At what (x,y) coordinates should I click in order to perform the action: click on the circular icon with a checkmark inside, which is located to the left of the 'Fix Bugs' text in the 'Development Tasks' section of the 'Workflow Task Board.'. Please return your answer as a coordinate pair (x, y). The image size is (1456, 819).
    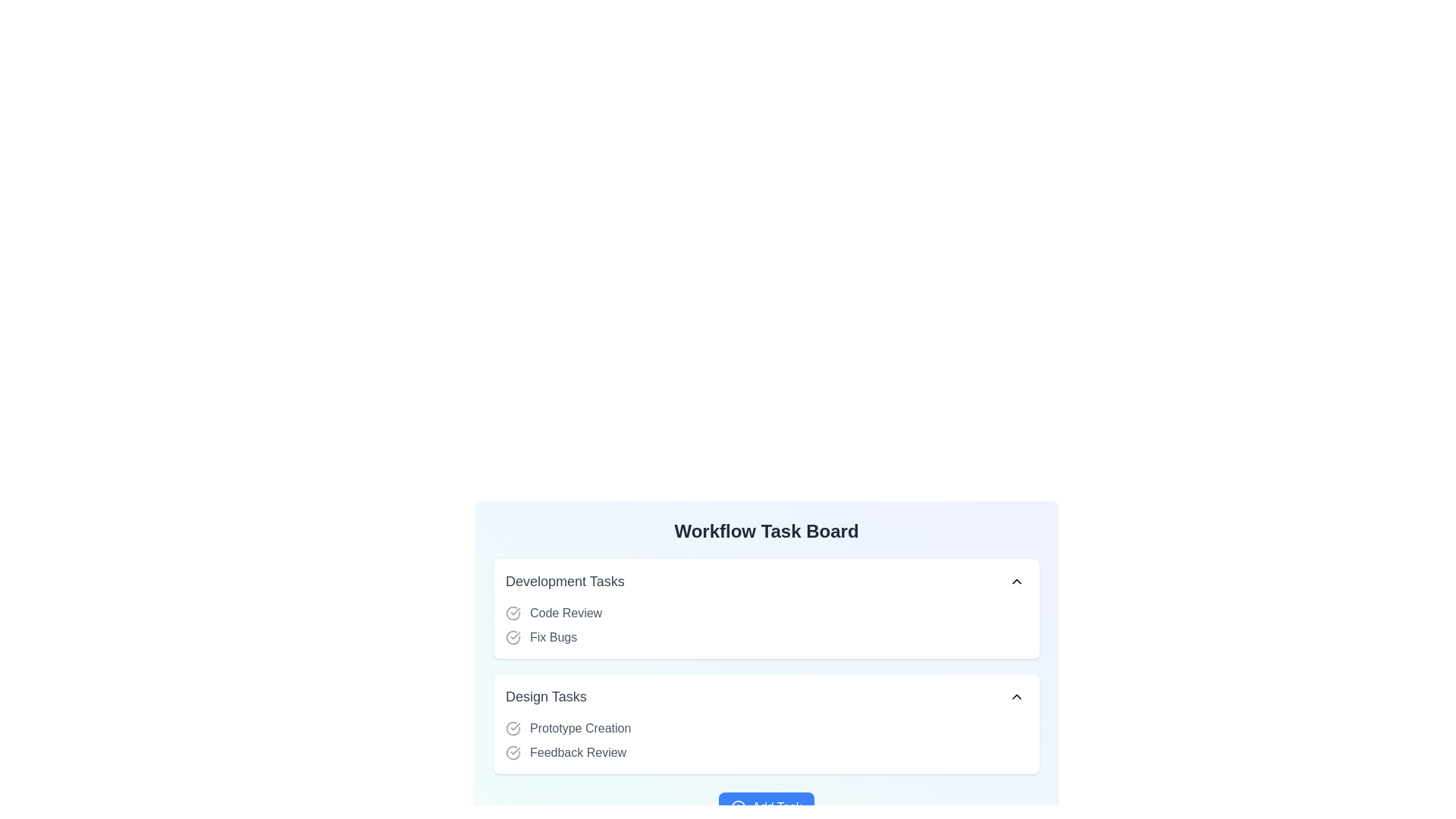
    Looking at the image, I should click on (513, 637).